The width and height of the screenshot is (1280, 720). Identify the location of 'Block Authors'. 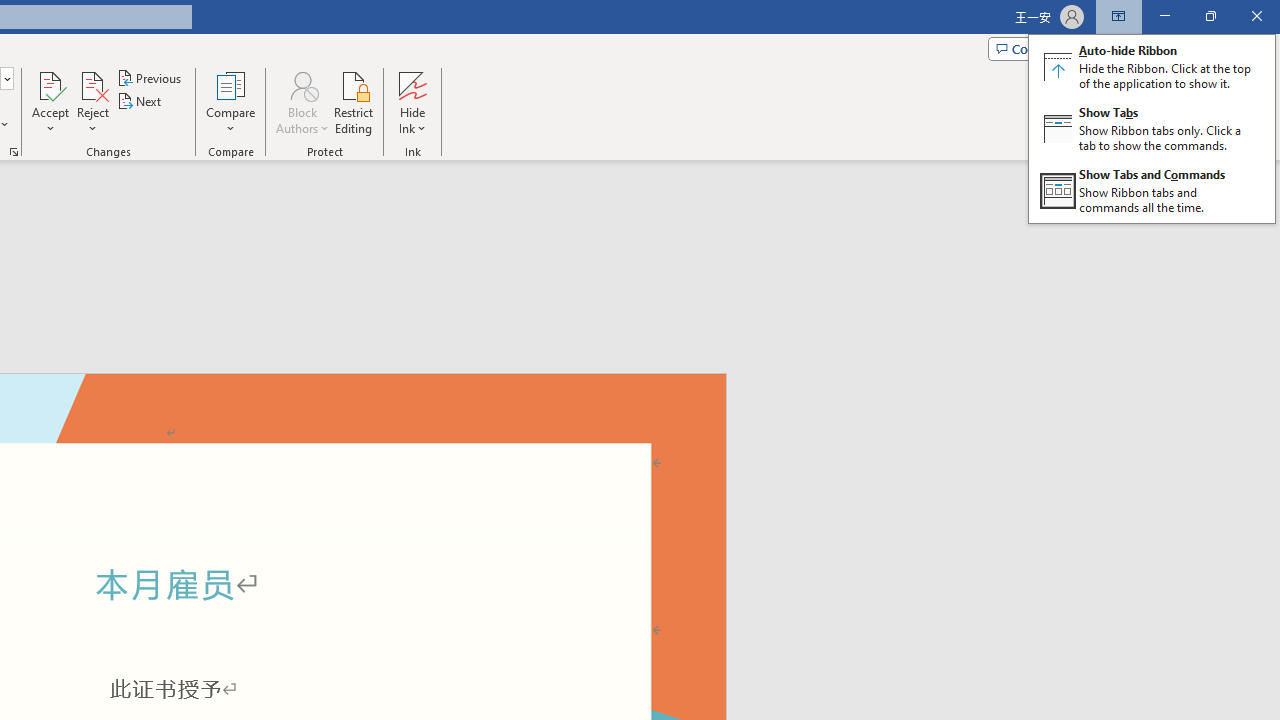
(301, 84).